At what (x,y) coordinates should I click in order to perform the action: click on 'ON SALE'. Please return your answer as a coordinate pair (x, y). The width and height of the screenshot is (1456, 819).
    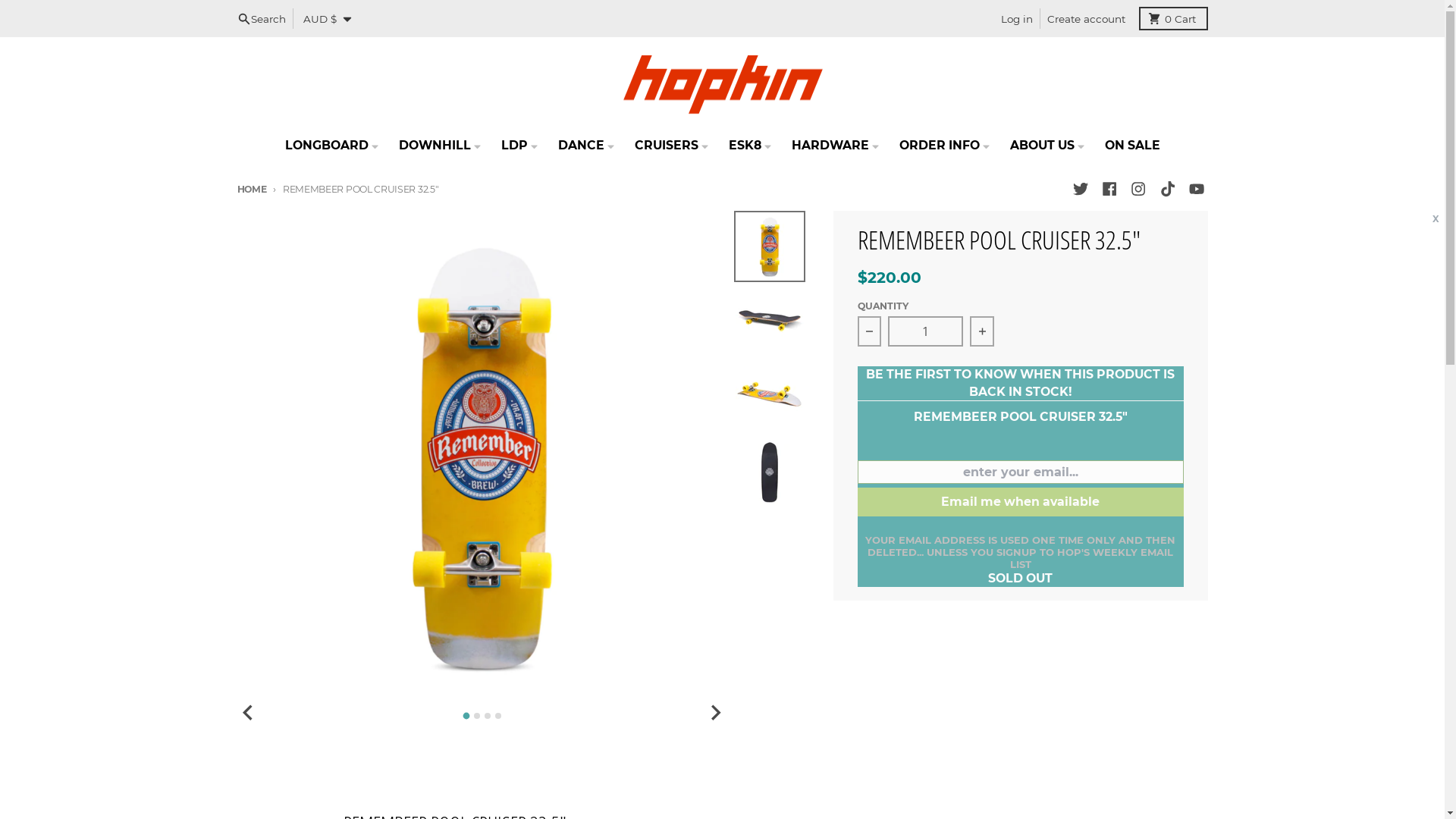
    Looking at the image, I should click on (1131, 146).